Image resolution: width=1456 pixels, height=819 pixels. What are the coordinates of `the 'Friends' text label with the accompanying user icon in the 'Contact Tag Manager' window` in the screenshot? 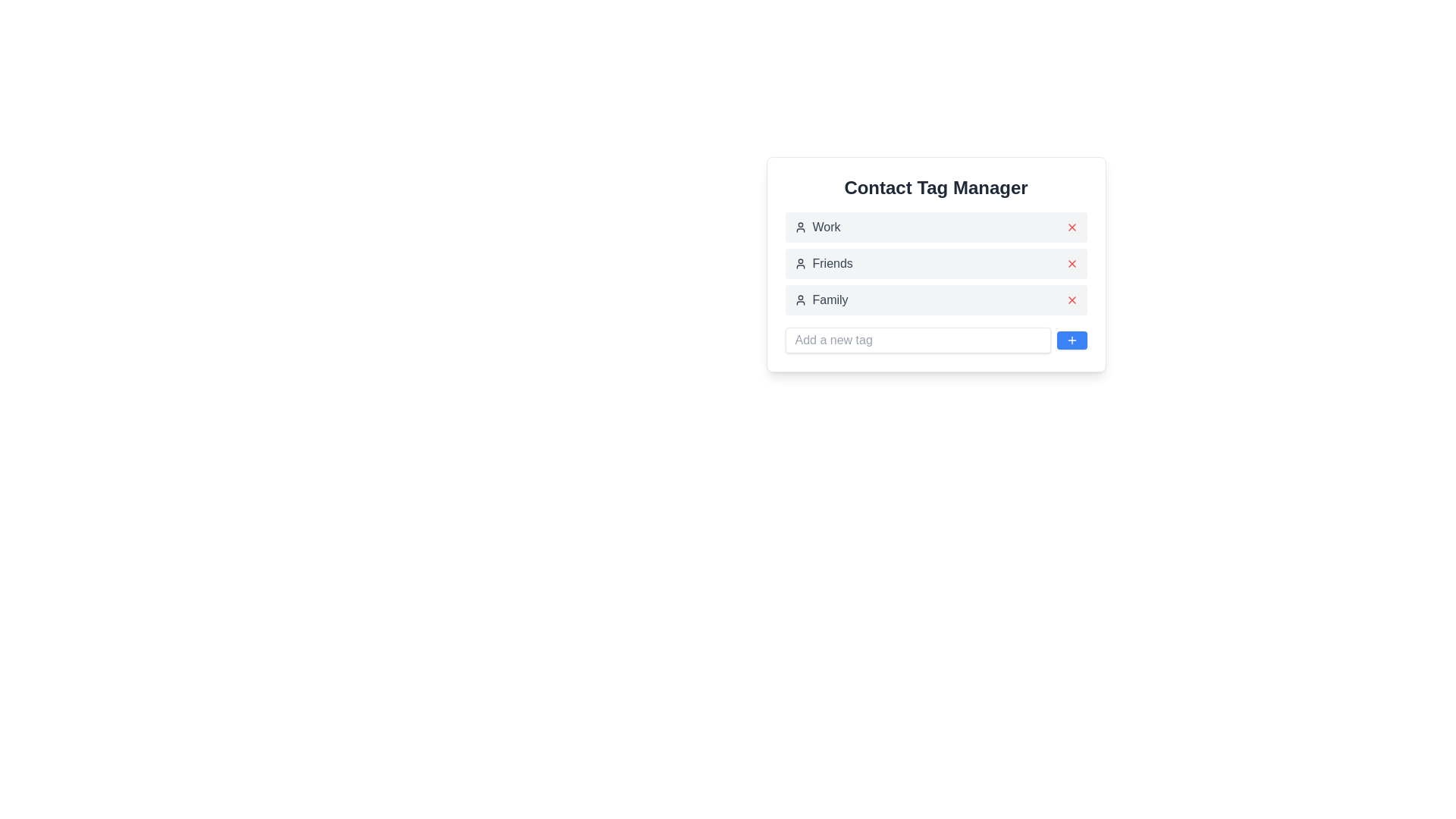 It's located at (823, 262).